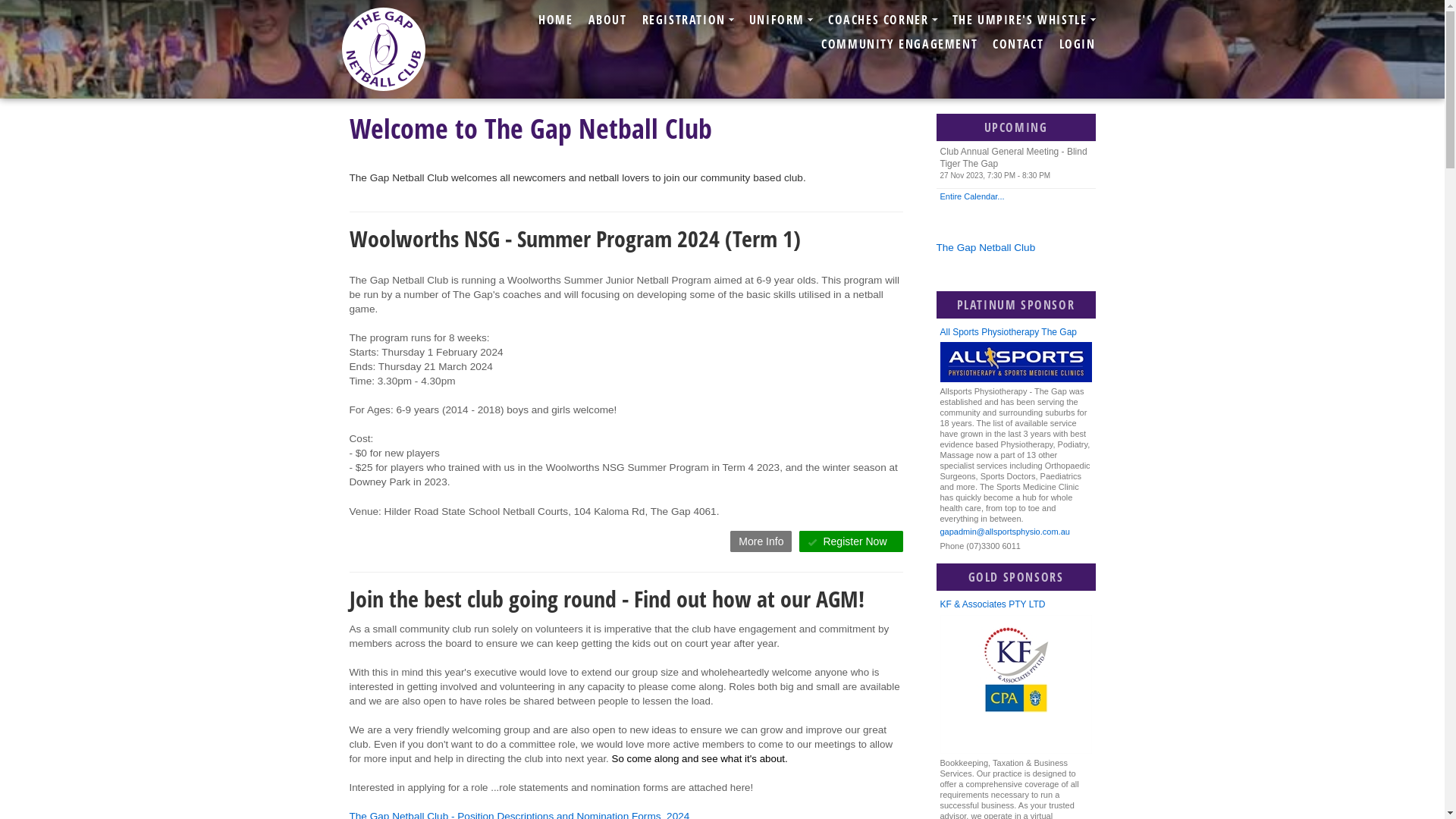 The image size is (1456, 819). Describe the element at coordinates (687, 20) in the screenshot. I see `'REGISTRATION'` at that location.